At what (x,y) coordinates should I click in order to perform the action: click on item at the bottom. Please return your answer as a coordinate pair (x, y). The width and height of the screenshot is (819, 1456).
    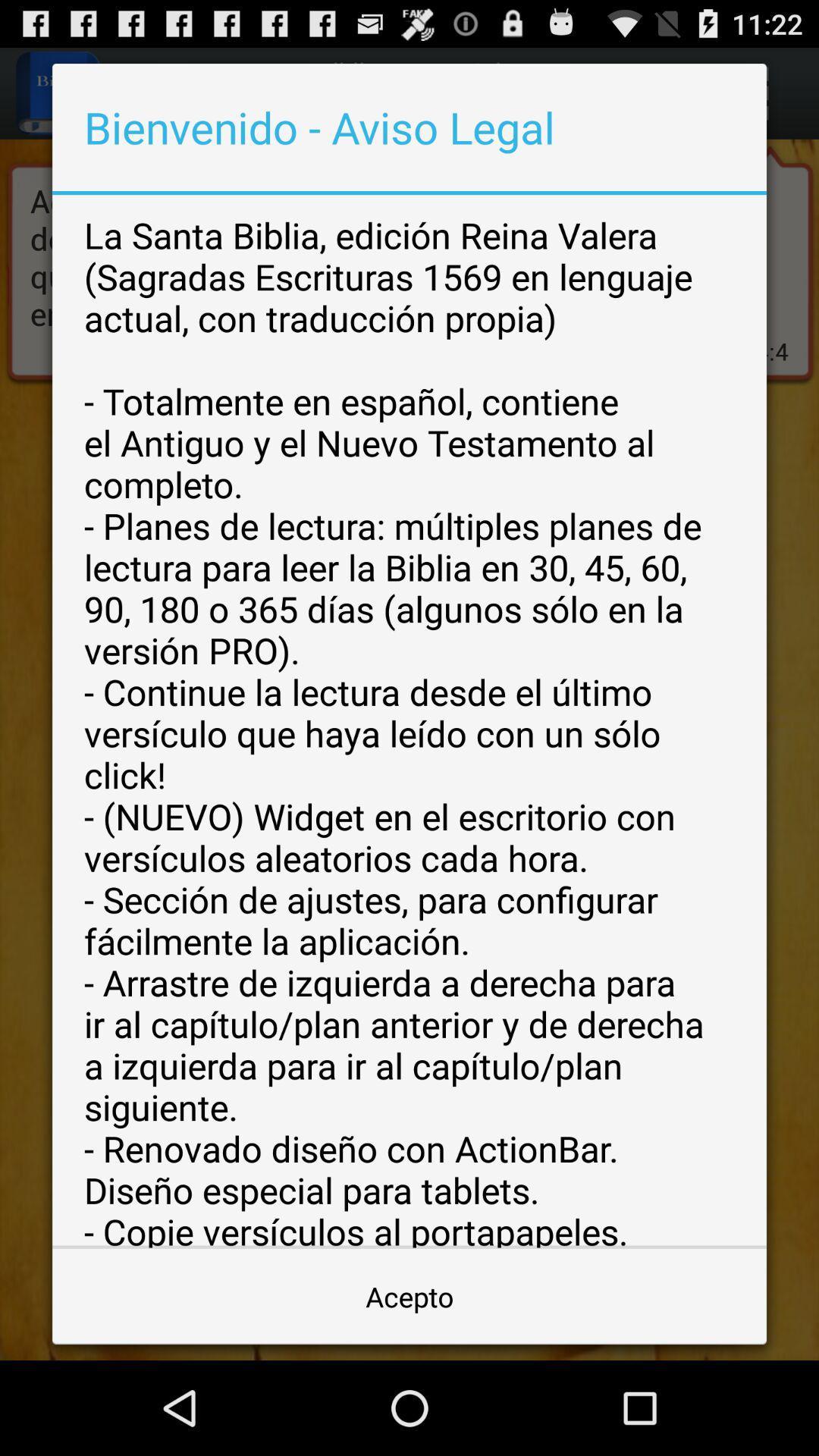
    Looking at the image, I should click on (409, 1295).